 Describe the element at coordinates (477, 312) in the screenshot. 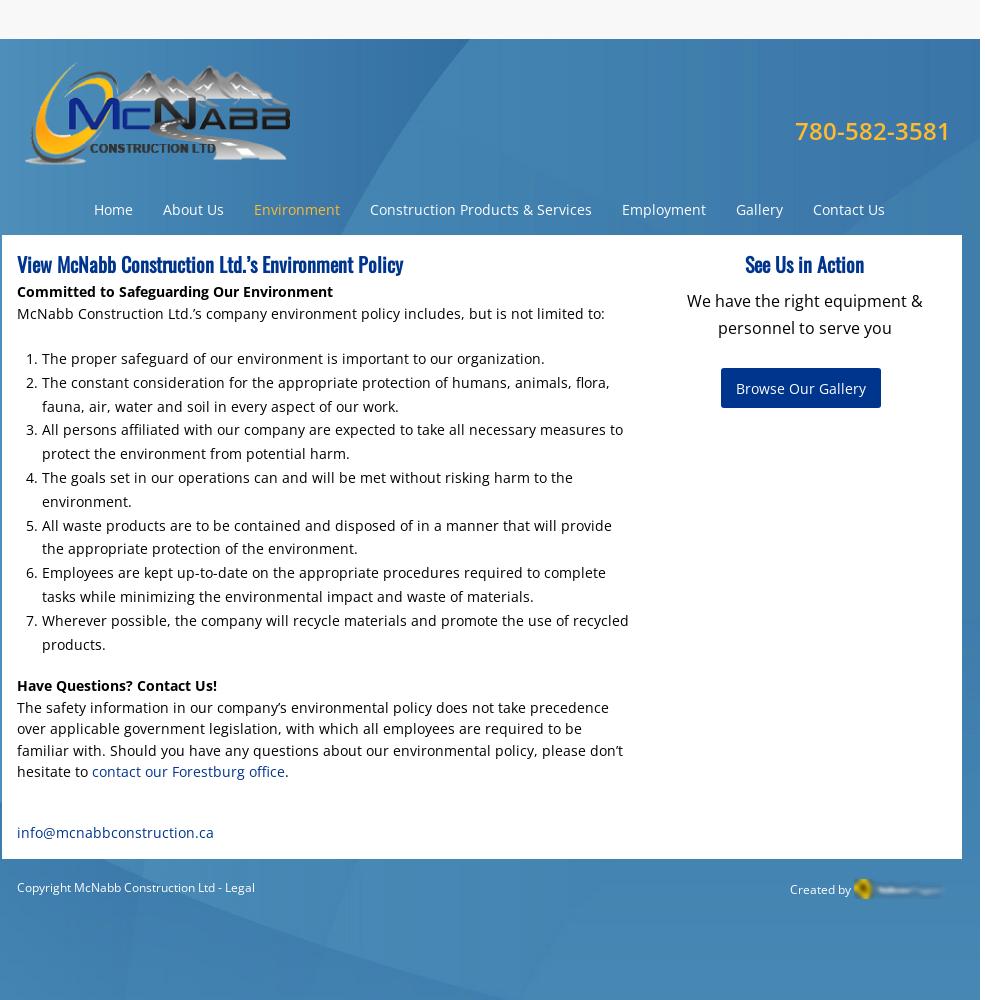

I see `'t policy includes, but is not limited to:'` at that location.